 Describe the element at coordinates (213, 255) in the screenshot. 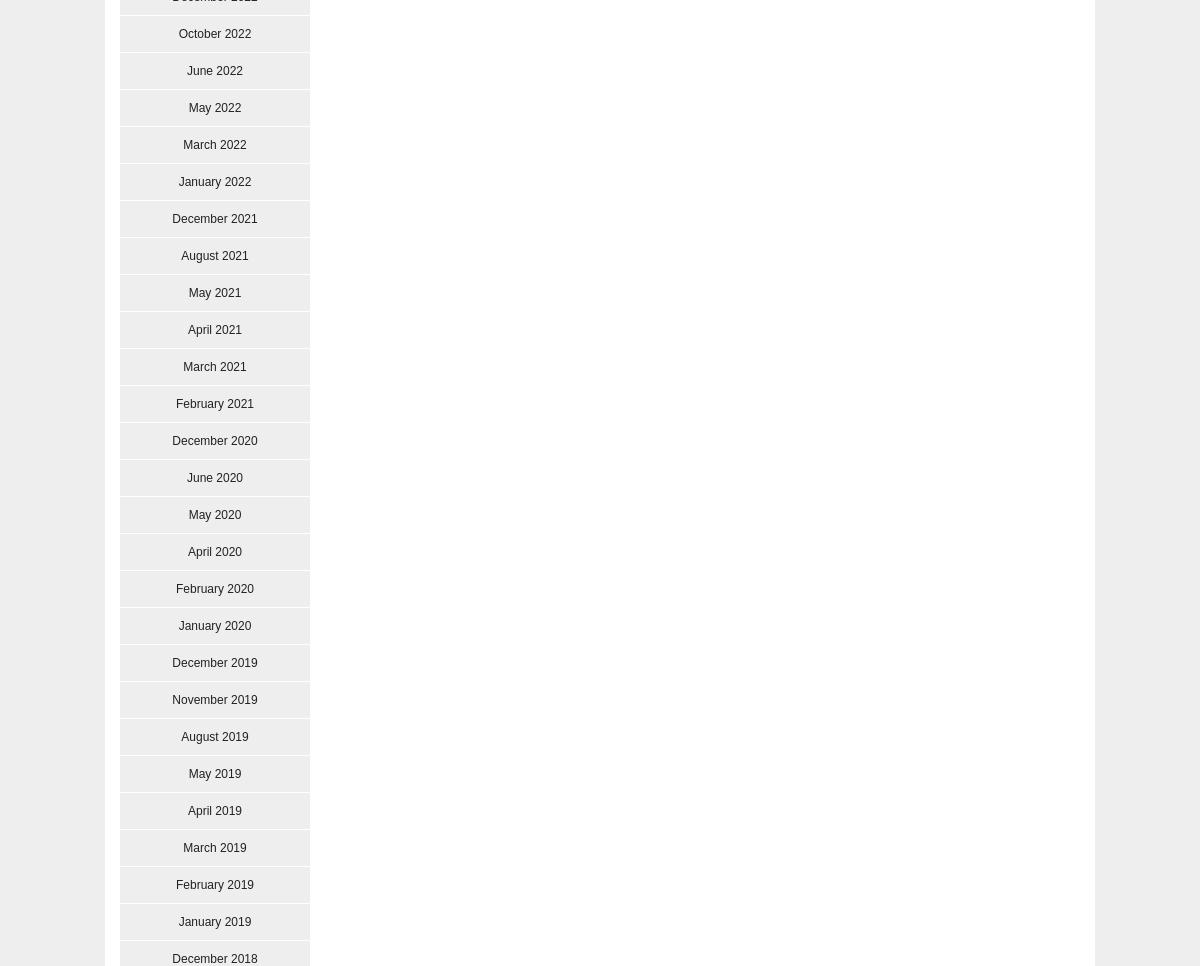

I see `'August 2021'` at that location.